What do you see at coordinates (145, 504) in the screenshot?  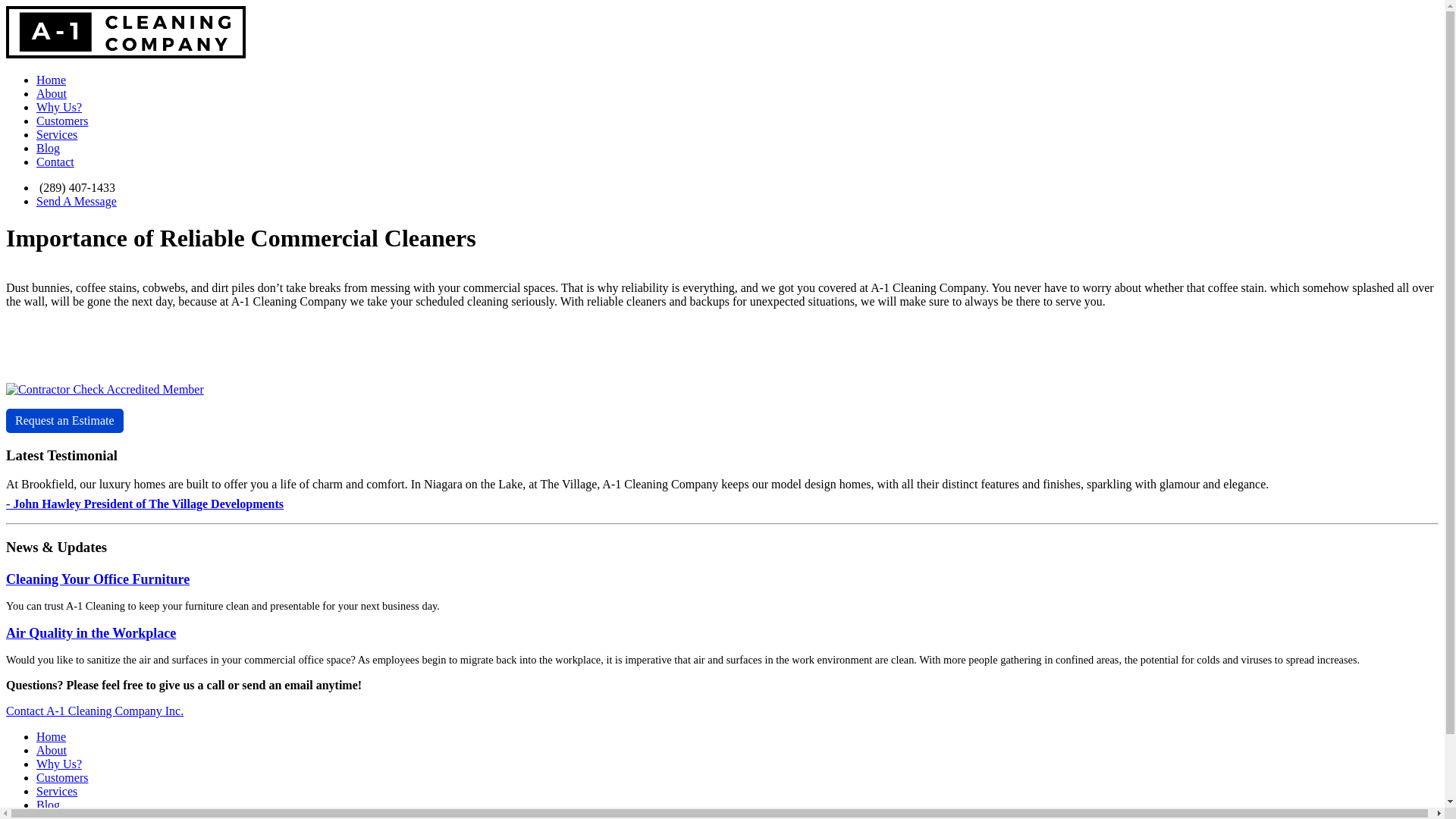 I see `'- John Hawley President of The Village Developments'` at bounding box center [145, 504].